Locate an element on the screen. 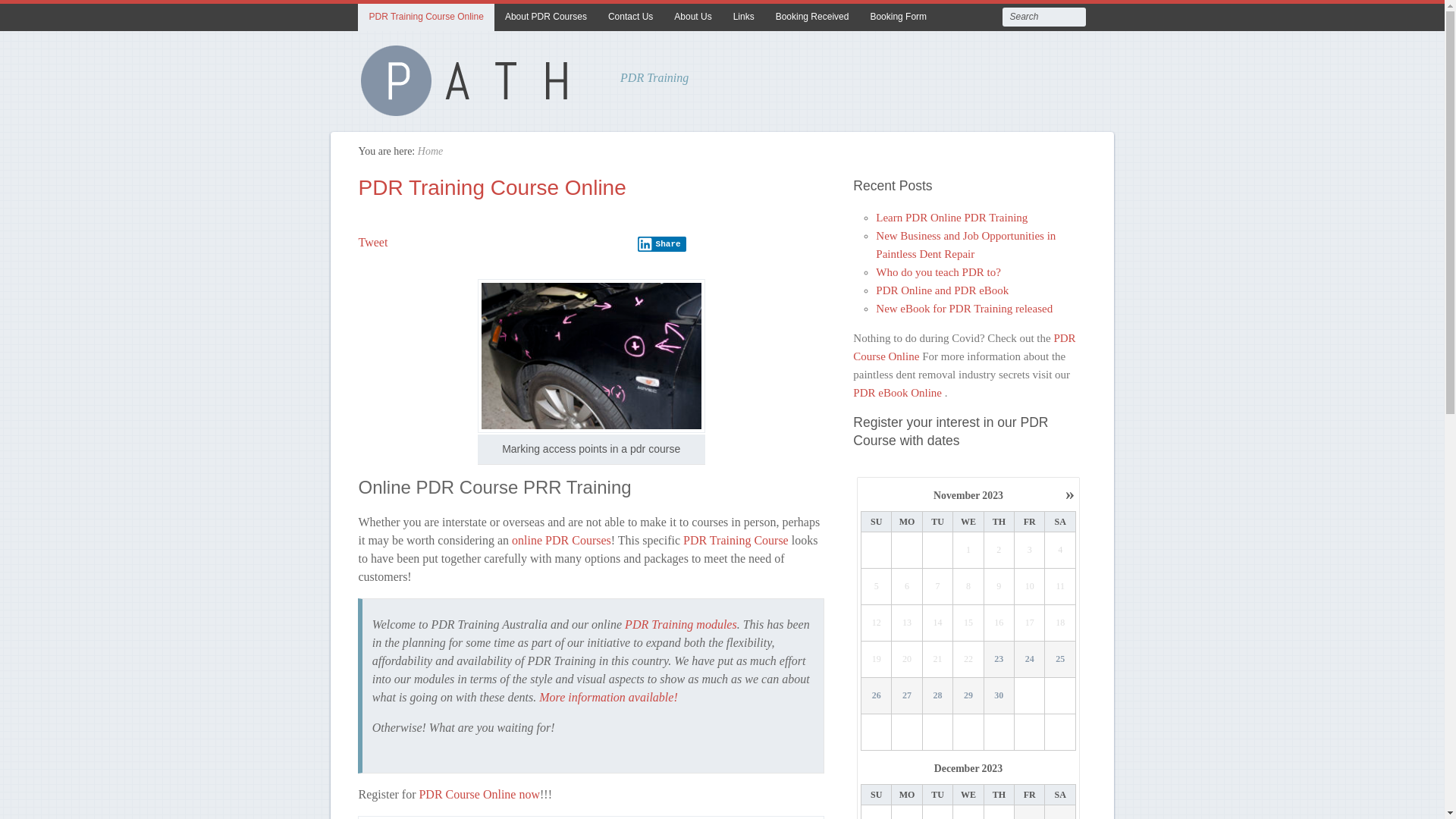  '6' is located at coordinates (906, 586).